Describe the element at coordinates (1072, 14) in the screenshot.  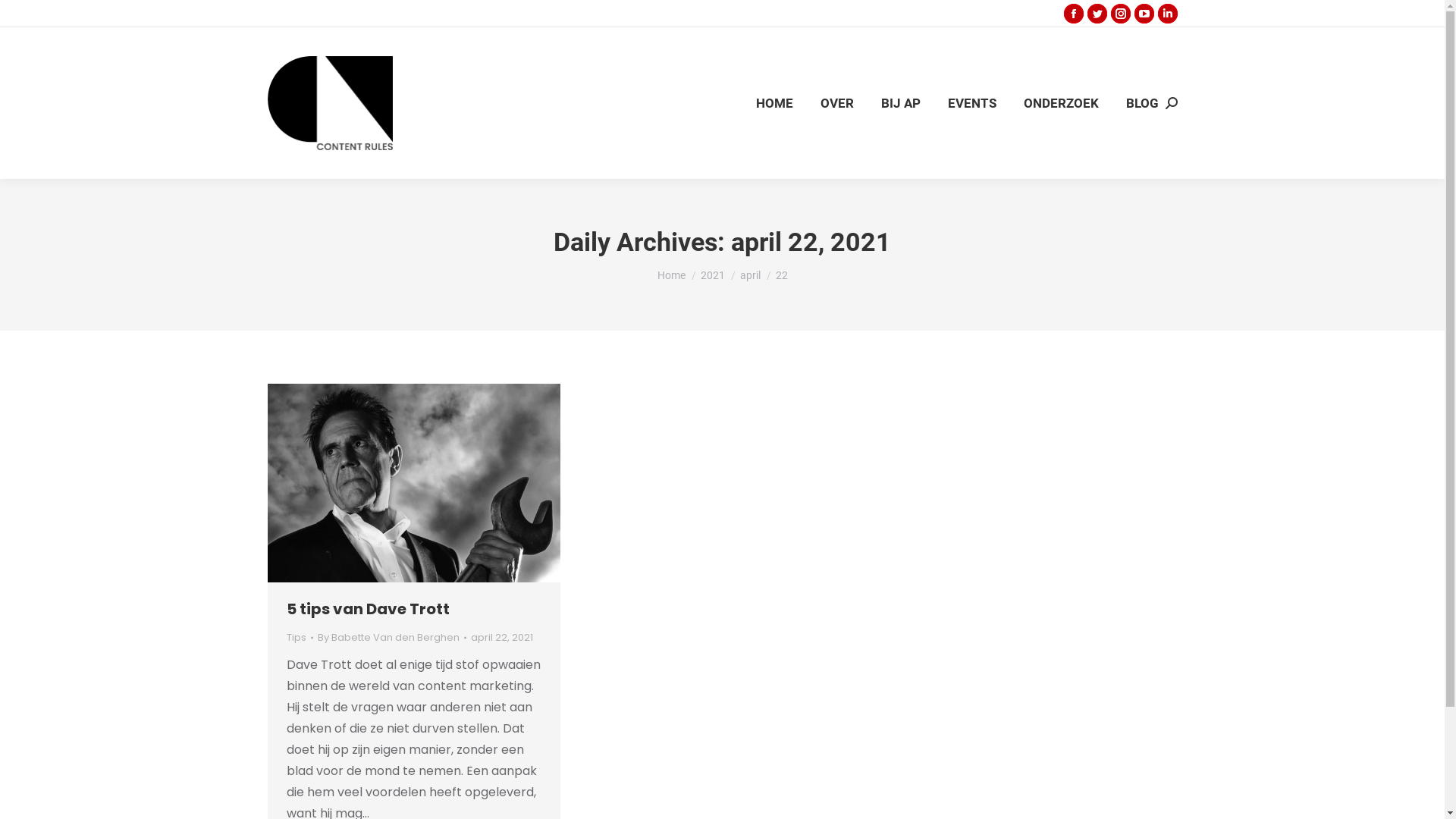
I see `'Facebook page opens in new window'` at that location.